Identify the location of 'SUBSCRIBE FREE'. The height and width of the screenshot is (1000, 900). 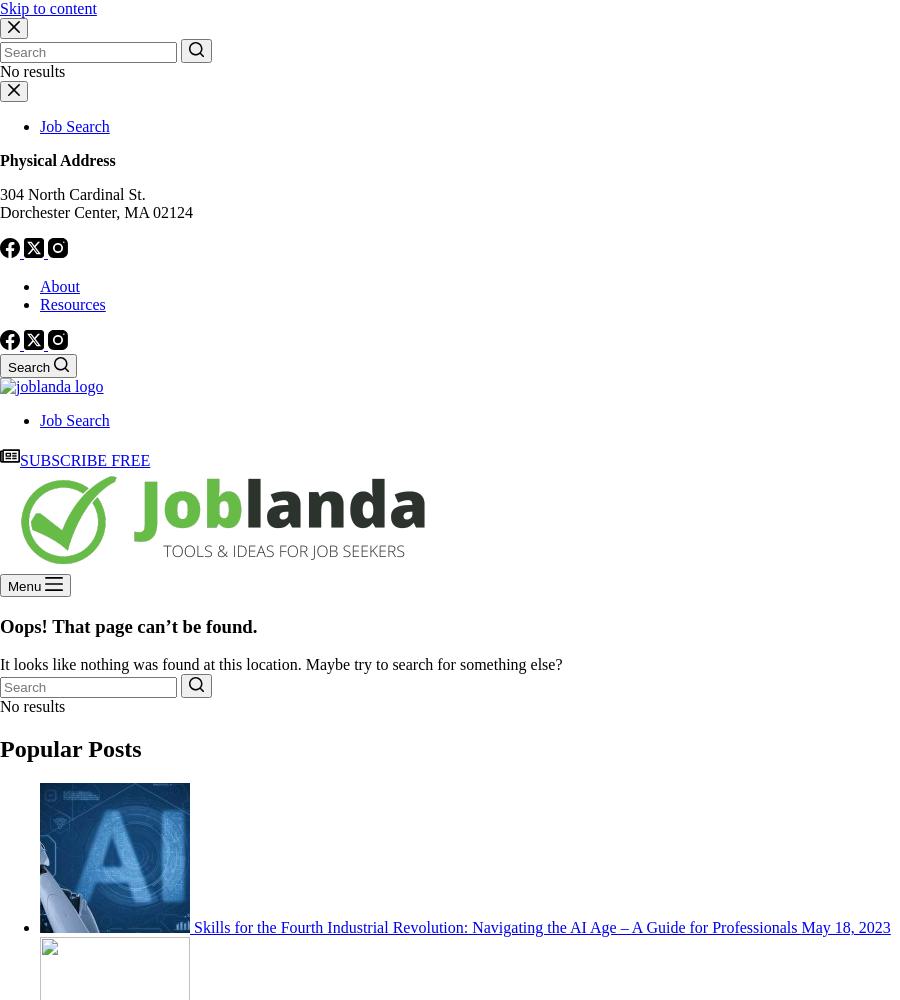
(83, 459).